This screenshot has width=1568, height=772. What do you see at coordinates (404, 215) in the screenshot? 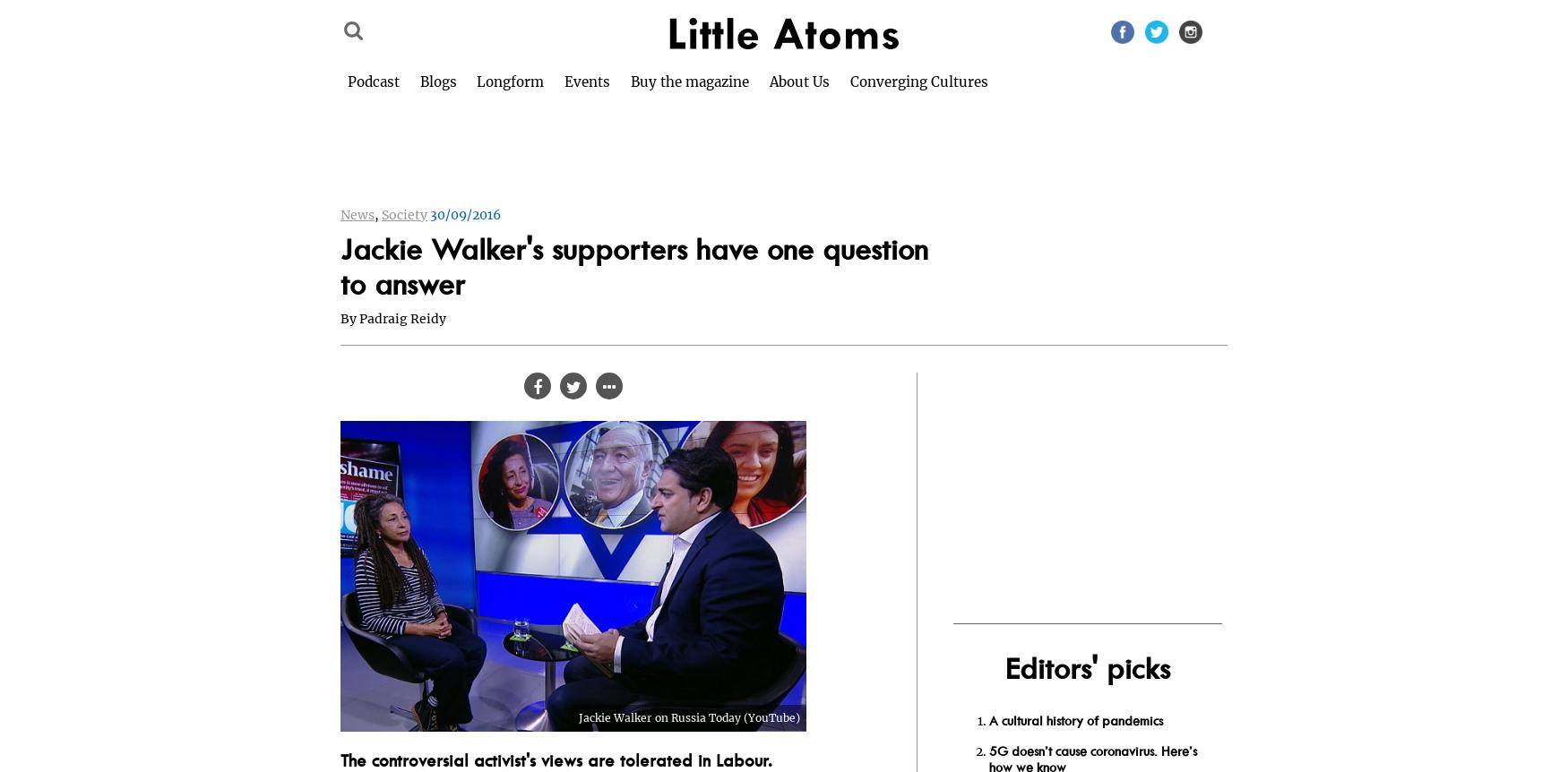
I see `'Society'` at bounding box center [404, 215].